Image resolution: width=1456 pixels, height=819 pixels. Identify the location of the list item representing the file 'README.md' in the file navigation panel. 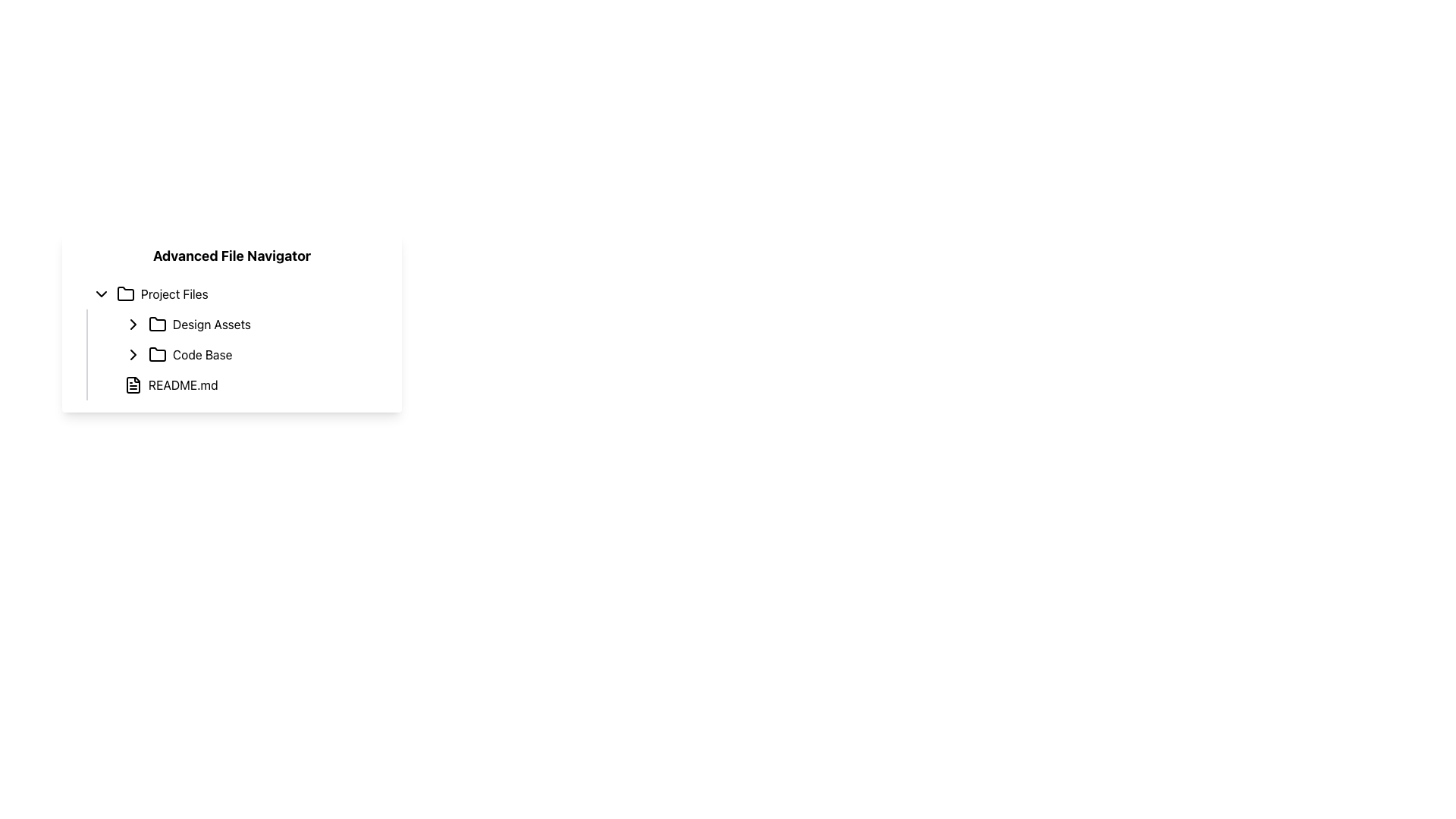
(254, 384).